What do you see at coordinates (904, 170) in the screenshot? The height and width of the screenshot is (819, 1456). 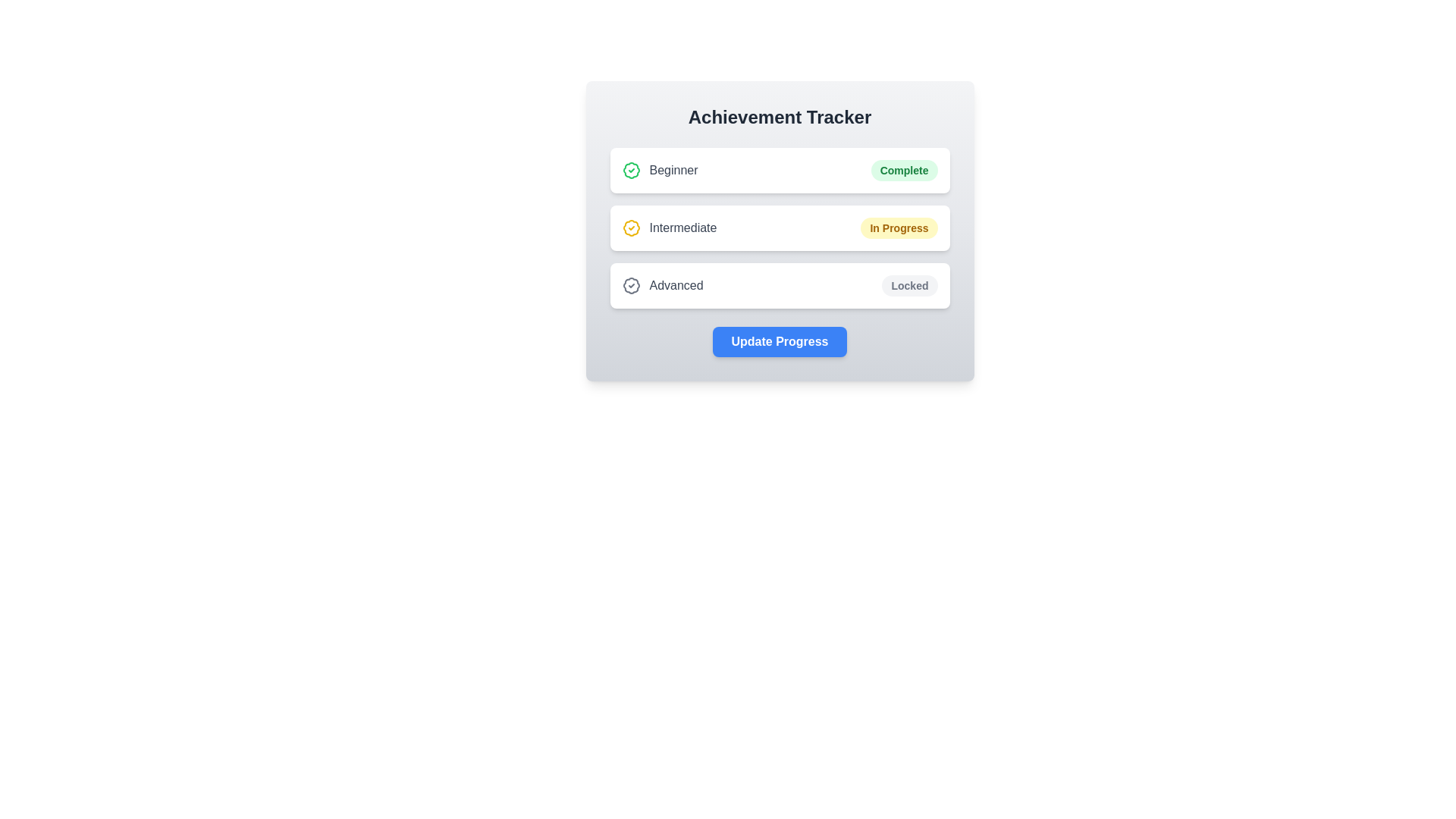 I see `the pill-shaped badge with the text 'Complete', which has a green background and is located next to the 'Beginner' label in the first achievement row` at bounding box center [904, 170].